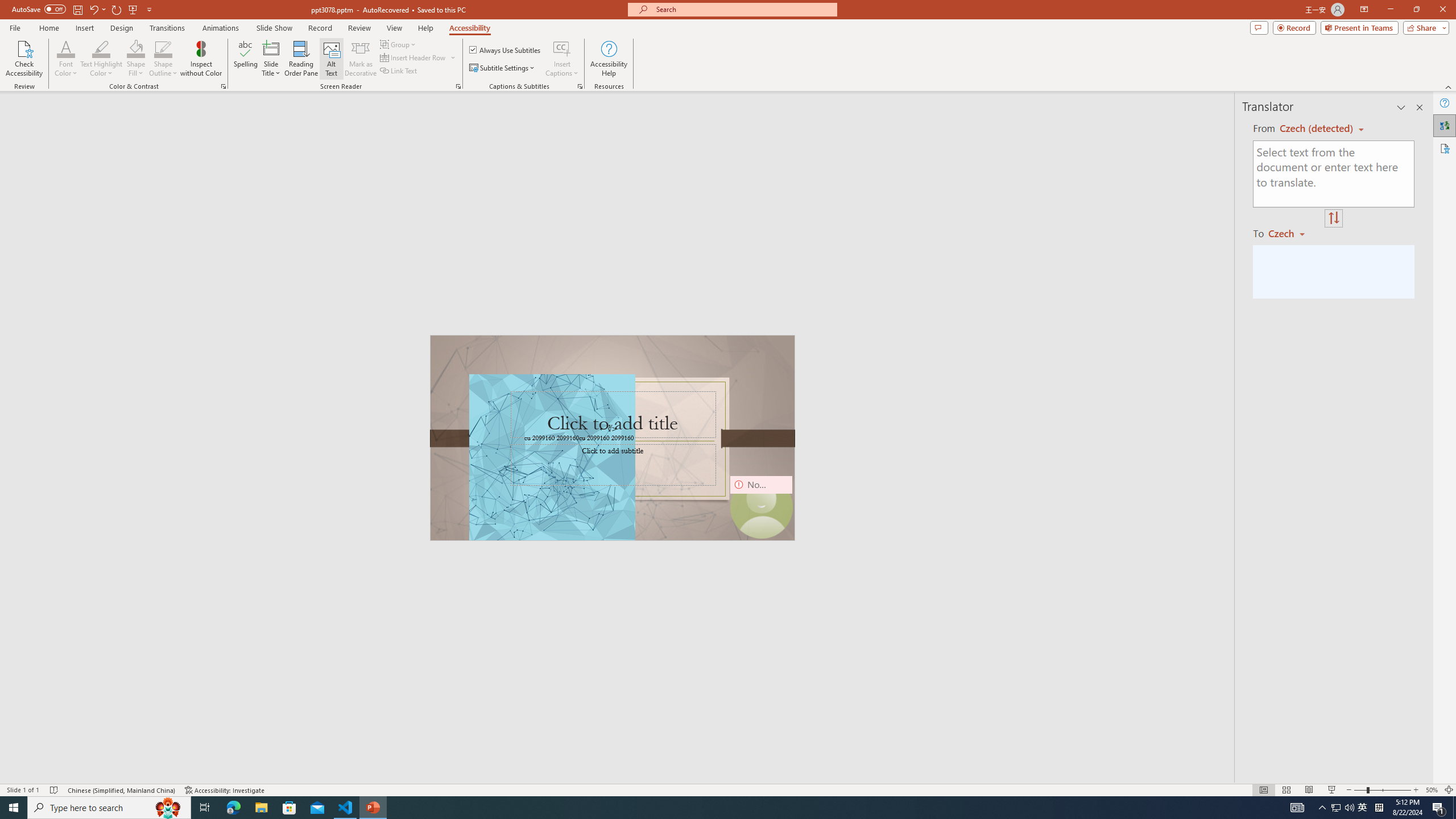  What do you see at coordinates (580, 85) in the screenshot?
I see `'Captions & Subtitles'` at bounding box center [580, 85].